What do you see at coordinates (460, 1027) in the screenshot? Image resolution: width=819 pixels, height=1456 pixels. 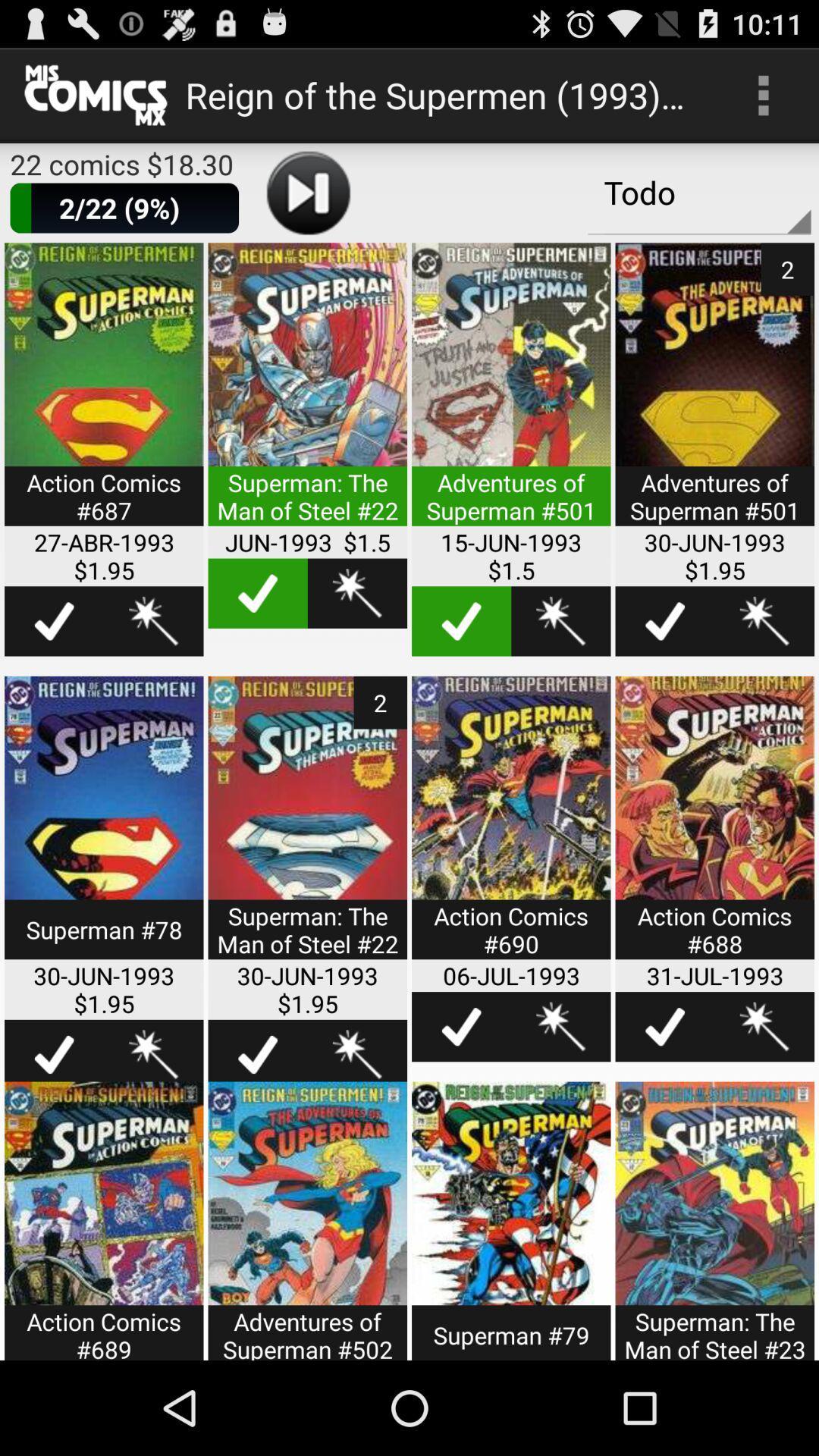 I see `comic` at bounding box center [460, 1027].